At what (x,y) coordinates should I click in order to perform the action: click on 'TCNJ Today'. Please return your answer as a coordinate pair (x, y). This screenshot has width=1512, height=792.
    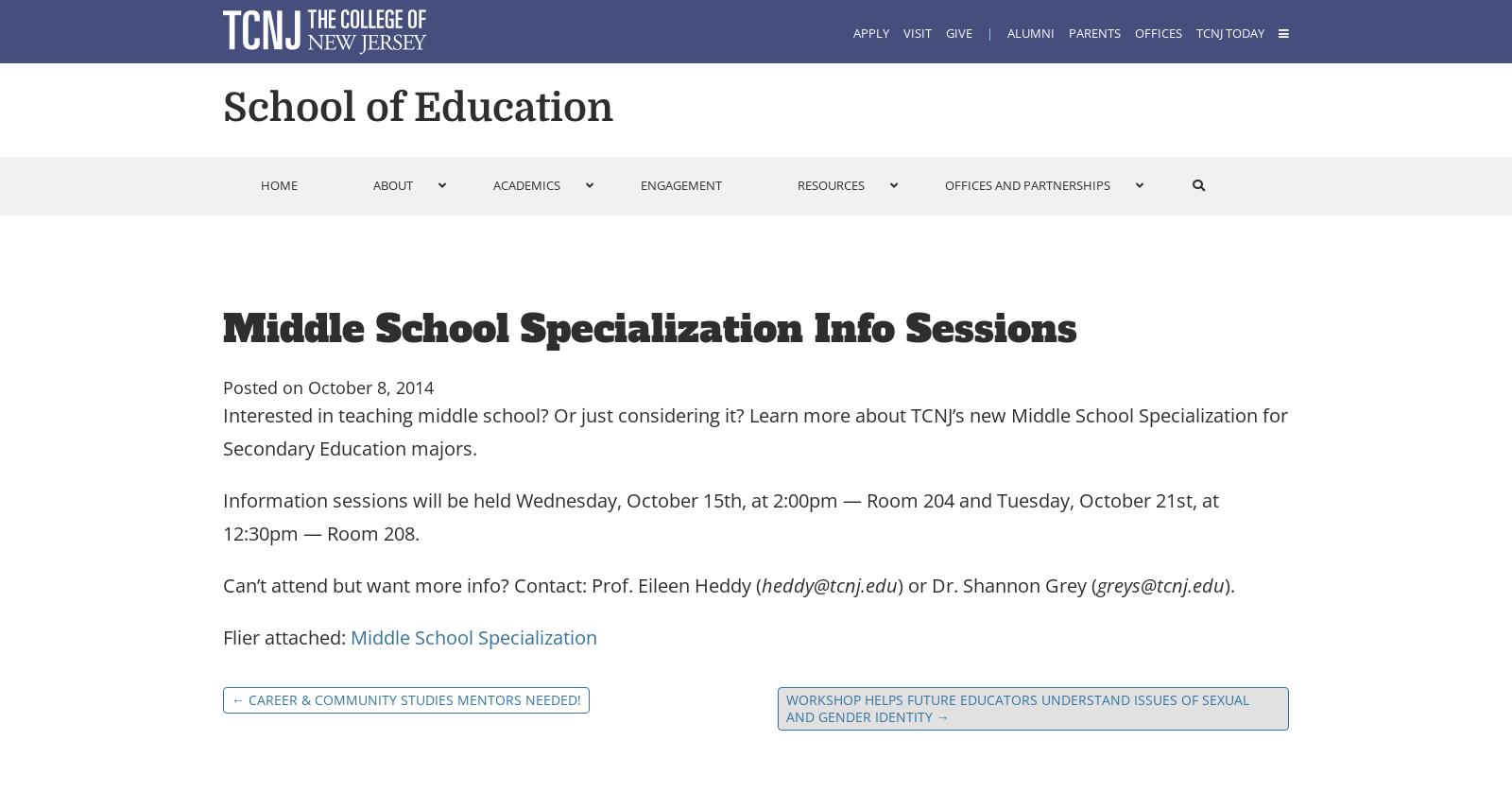
    Looking at the image, I should click on (1194, 33).